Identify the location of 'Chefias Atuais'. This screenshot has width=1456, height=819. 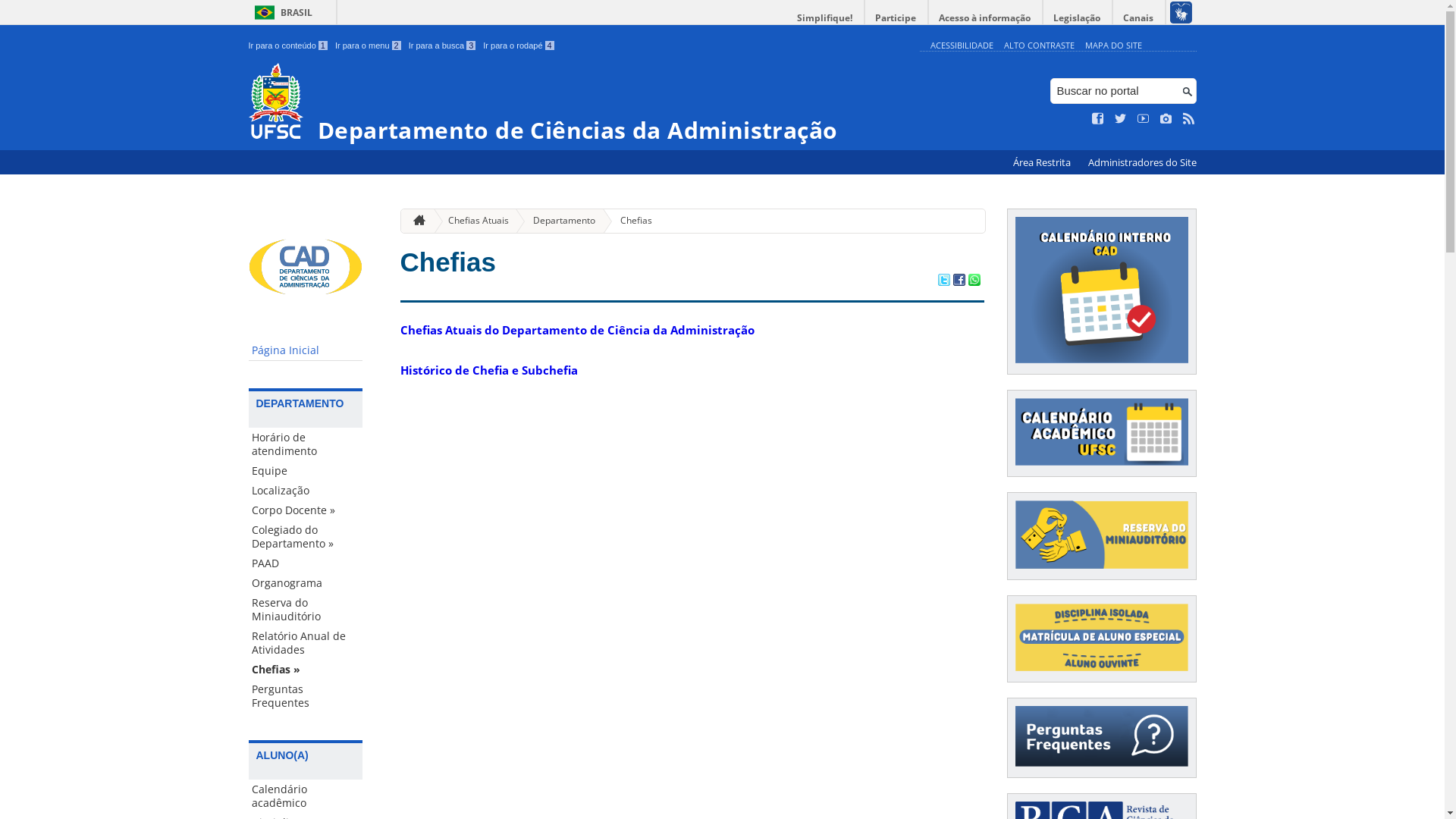
(472, 221).